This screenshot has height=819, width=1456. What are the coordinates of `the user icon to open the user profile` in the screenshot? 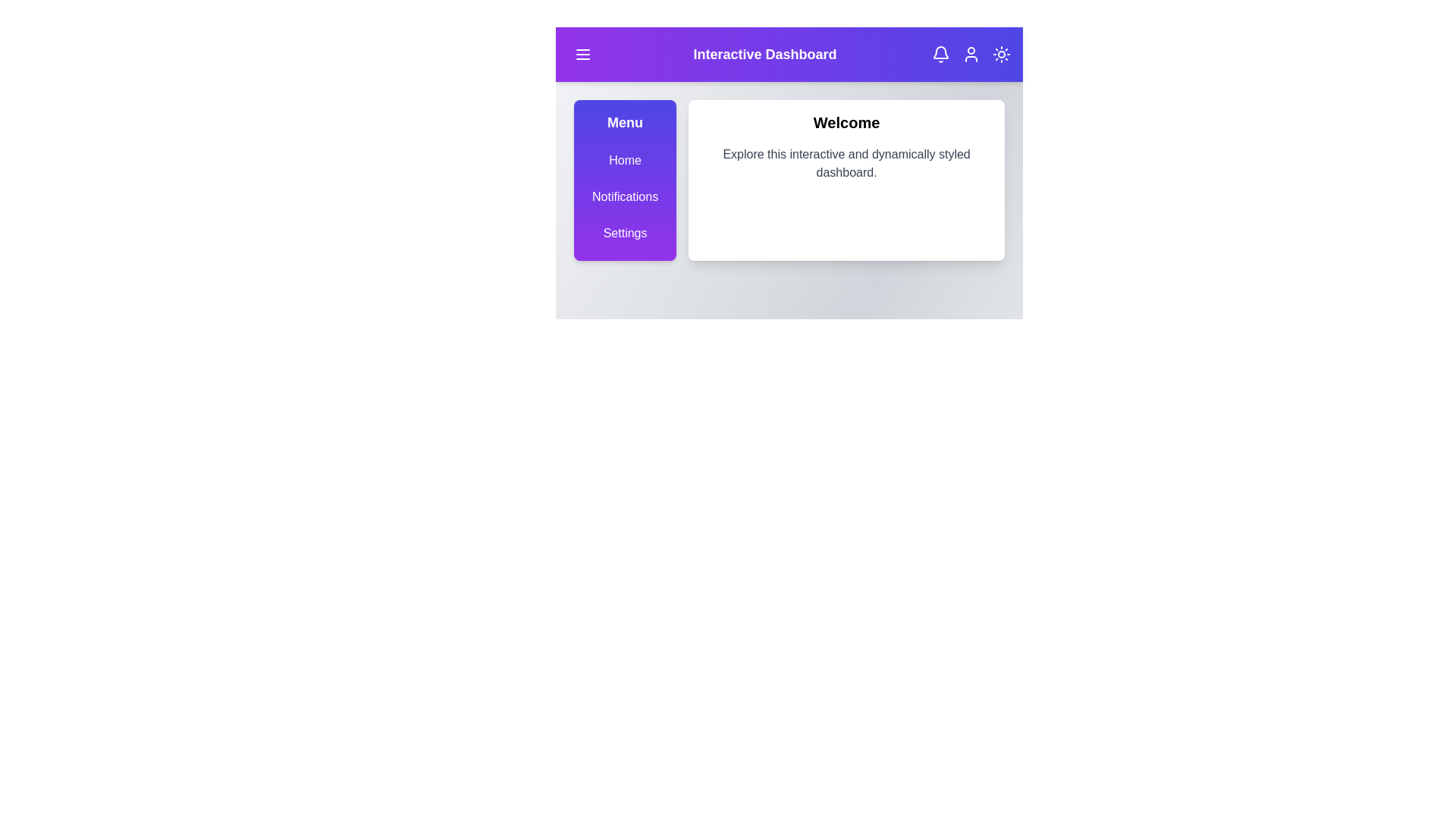 It's located at (971, 54).